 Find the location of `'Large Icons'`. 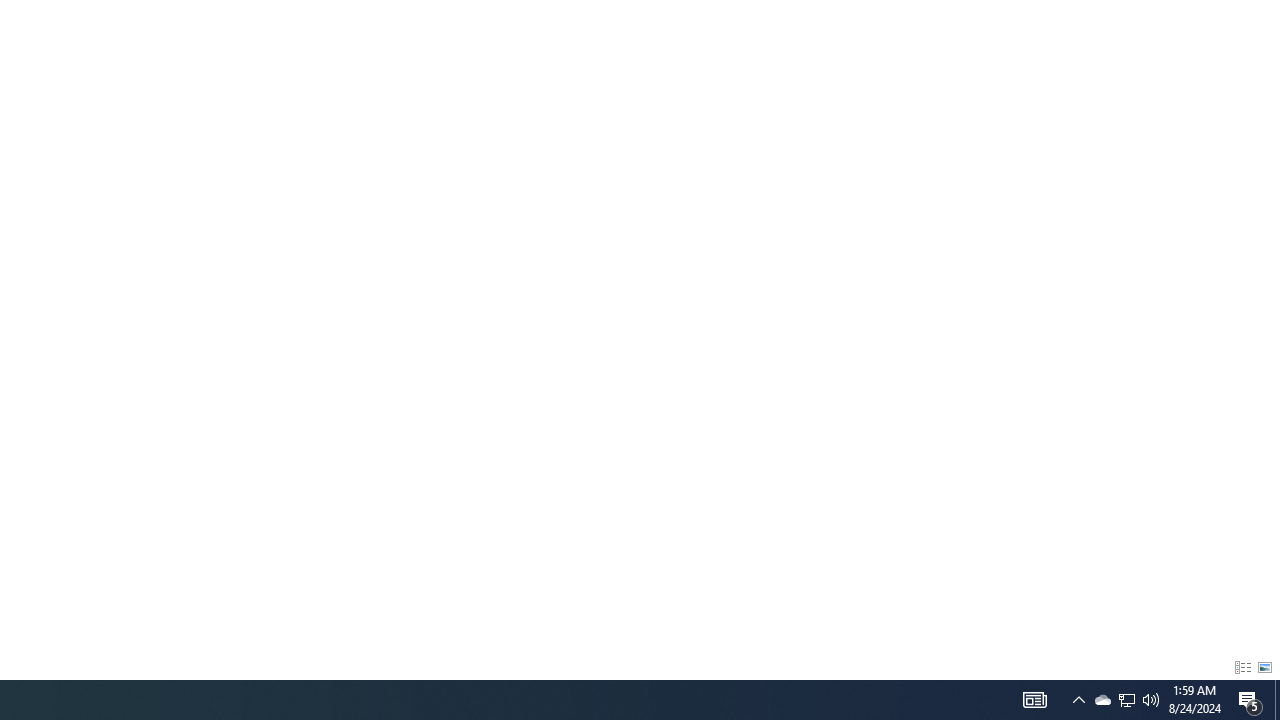

'Large Icons' is located at coordinates (1264, 668).